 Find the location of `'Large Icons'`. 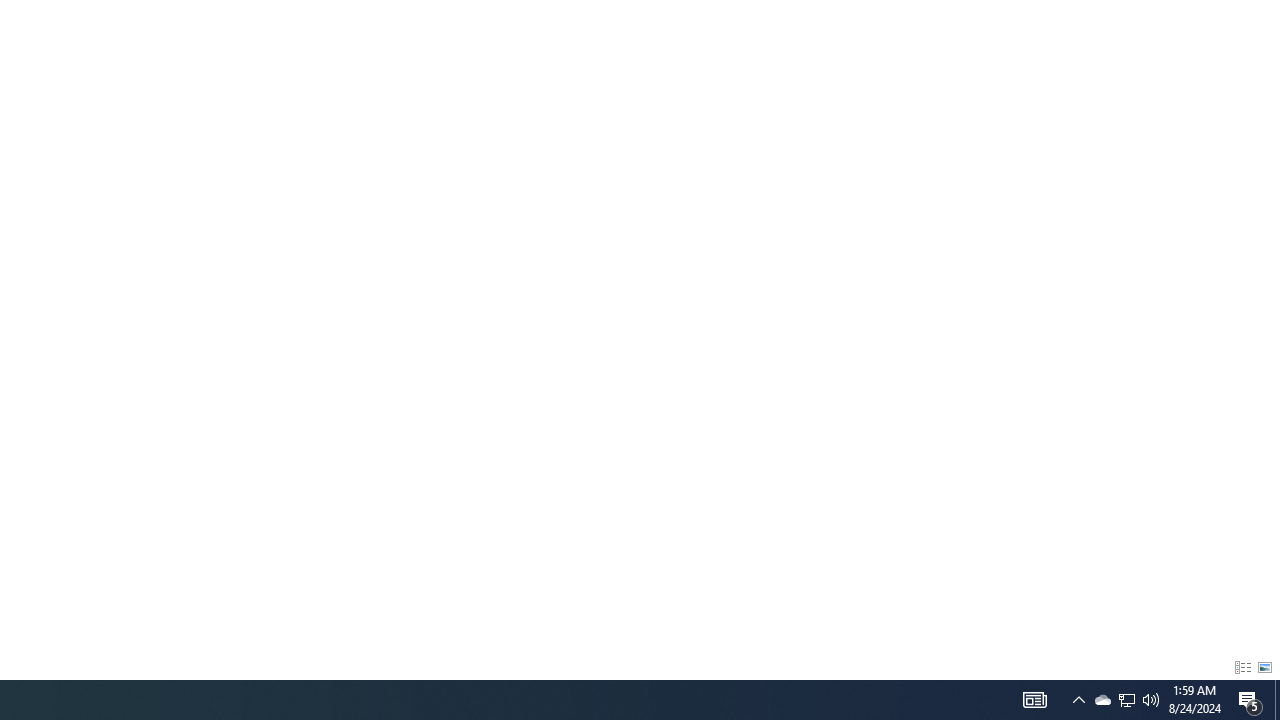

'Large Icons' is located at coordinates (1264, 668).